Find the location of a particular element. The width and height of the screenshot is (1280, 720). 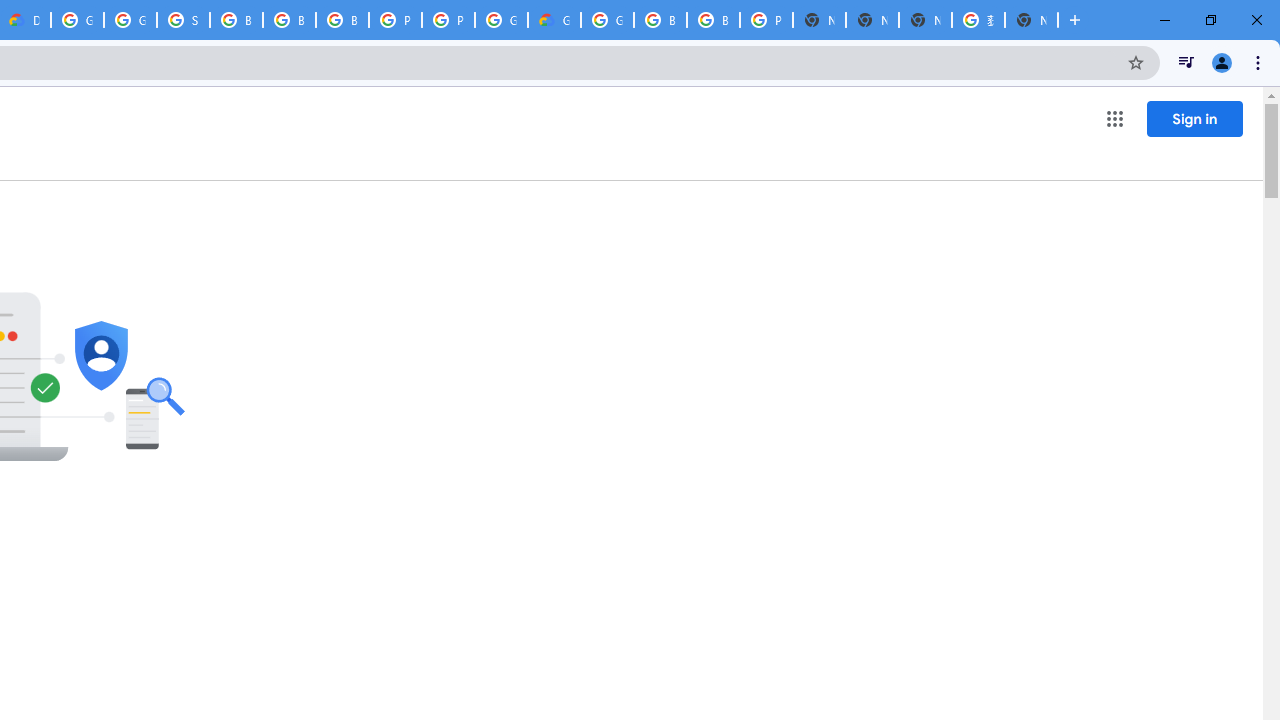

'Google Cloud Platform' is located at coordinates (501, 20).